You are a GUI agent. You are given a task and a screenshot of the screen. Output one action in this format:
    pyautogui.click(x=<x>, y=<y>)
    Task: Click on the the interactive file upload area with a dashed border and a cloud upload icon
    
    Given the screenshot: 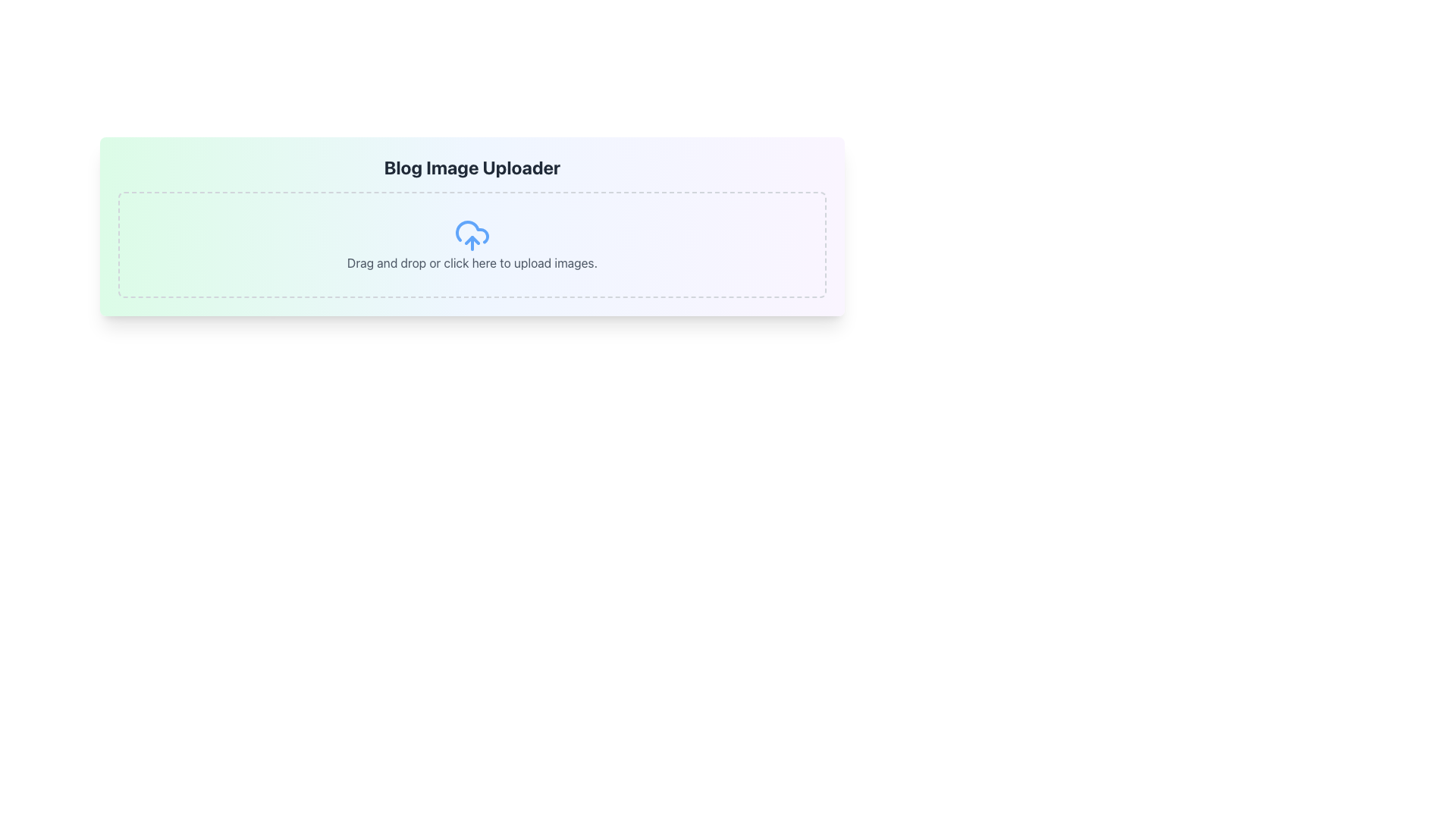 What is the action you would take?
    pyautogui.click(x=472, y=244)
    